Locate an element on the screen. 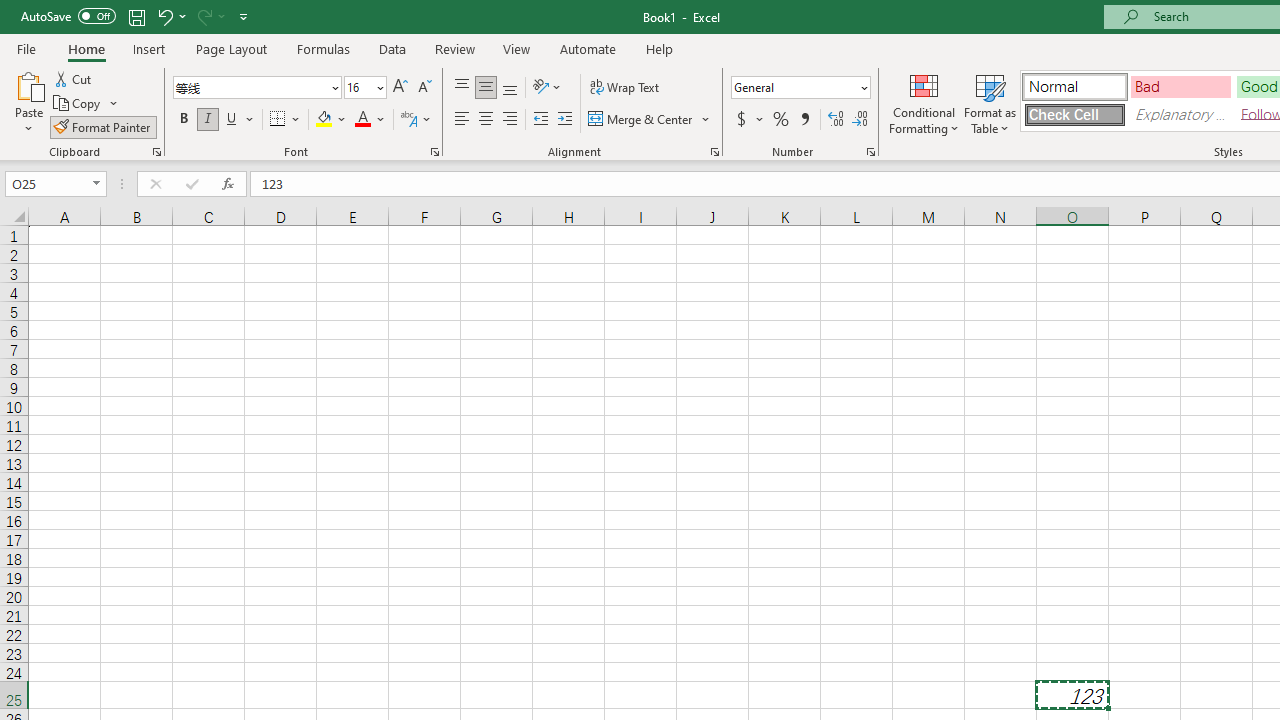 This screenshot has width=1280, height=720. 'Number Format' is located at coordinates (800, 86).